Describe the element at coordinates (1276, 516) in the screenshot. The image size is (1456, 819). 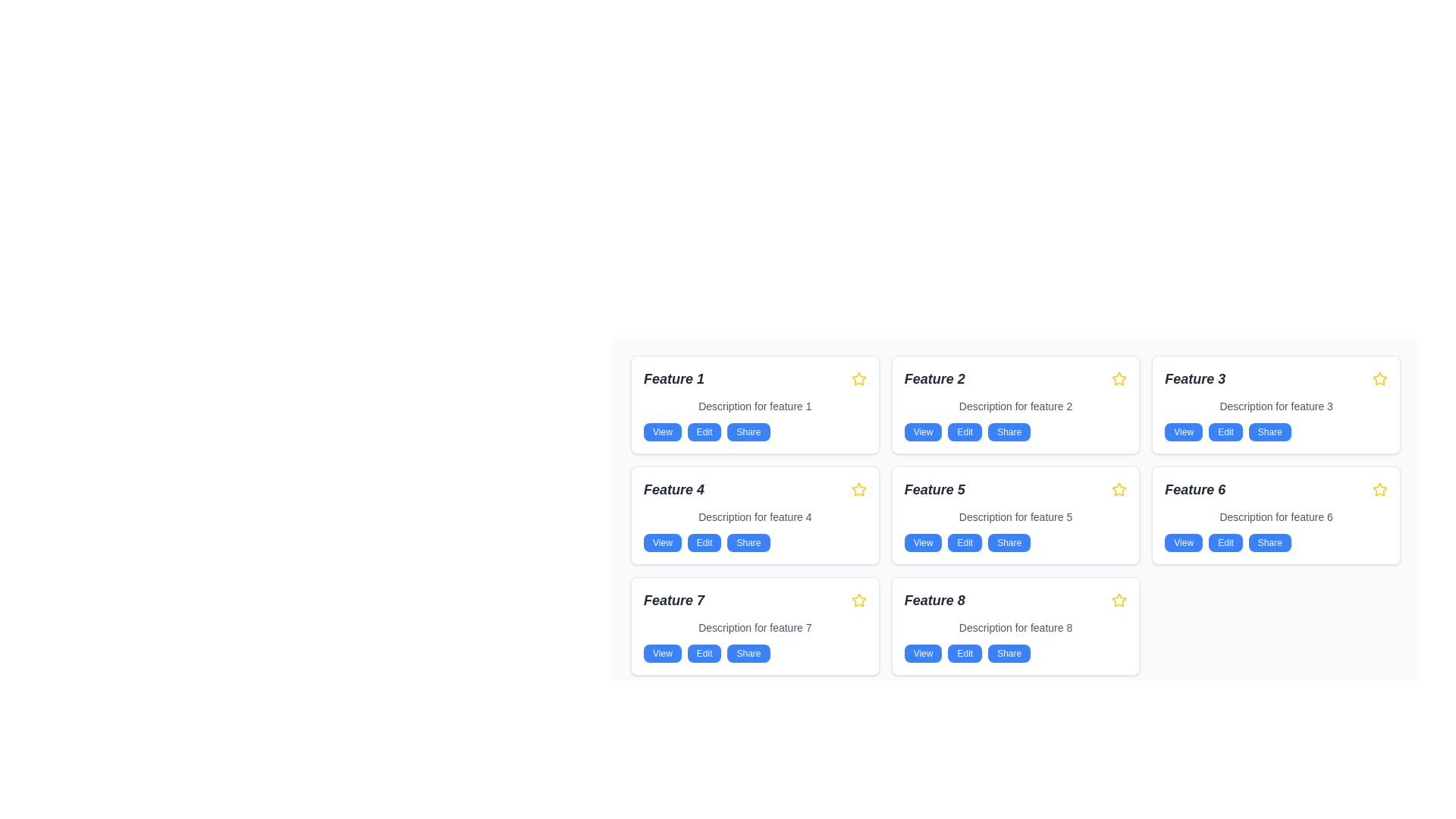
I see `the text element displaying 'Description for feature 6', which is located beneath the heading 'Feature 6' and above the buttons 'View', 'Edit', and 'Share'` at that location.